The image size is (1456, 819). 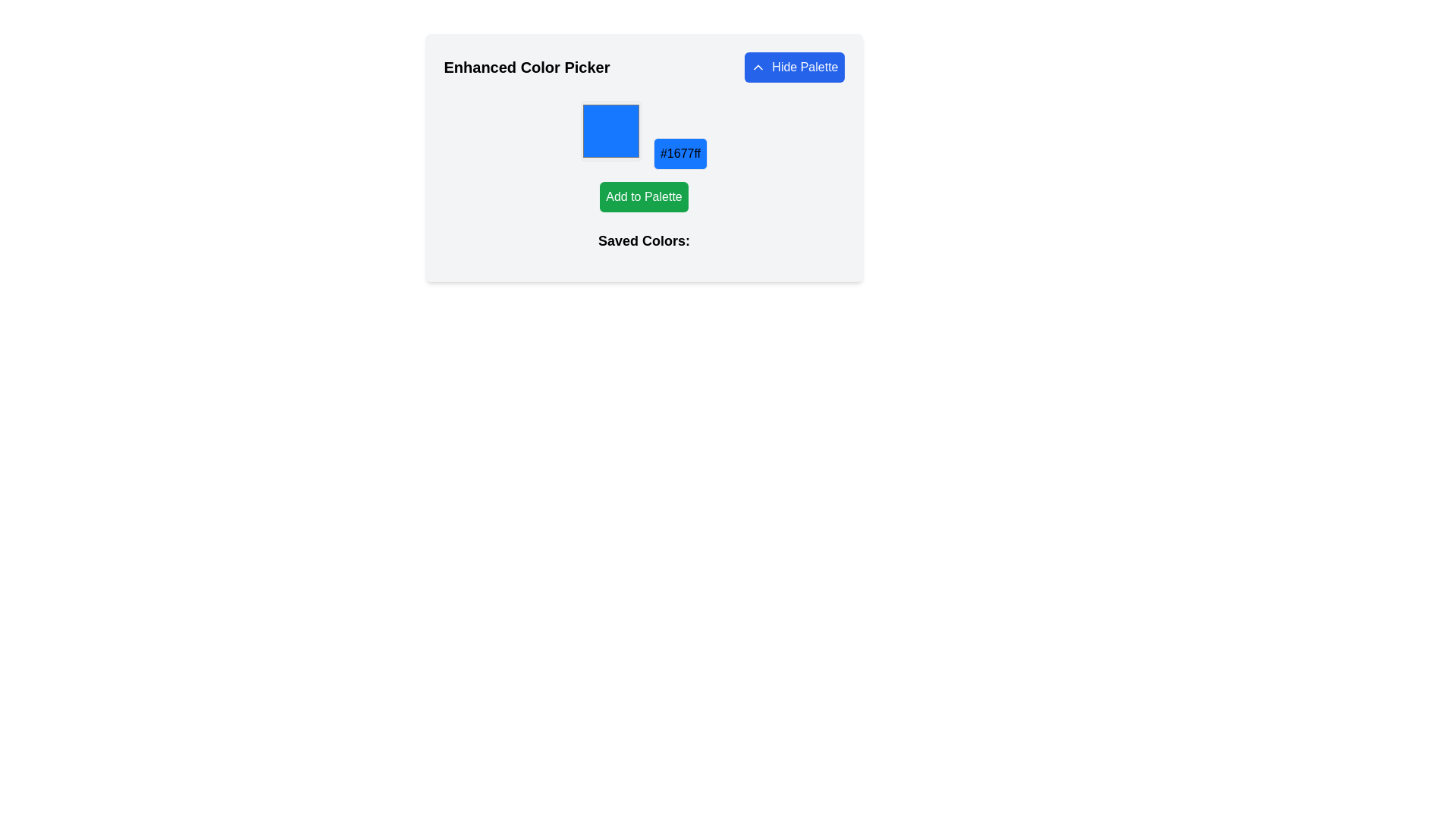 I want to click on the bold text label reading 'Saved Colors:' which is located beneath the 'Add to Palette' button, so click(x=644, y=246).